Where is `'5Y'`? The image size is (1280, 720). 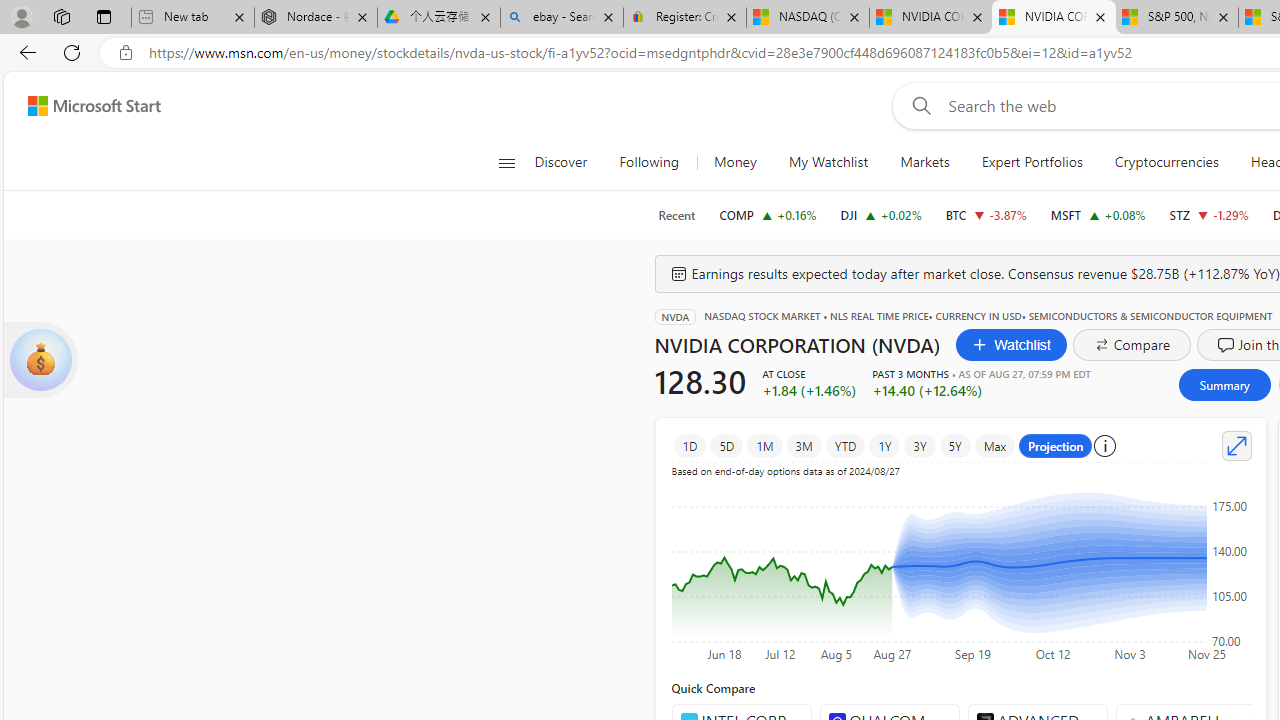
'5Y' is located at coordinates (954, 445).